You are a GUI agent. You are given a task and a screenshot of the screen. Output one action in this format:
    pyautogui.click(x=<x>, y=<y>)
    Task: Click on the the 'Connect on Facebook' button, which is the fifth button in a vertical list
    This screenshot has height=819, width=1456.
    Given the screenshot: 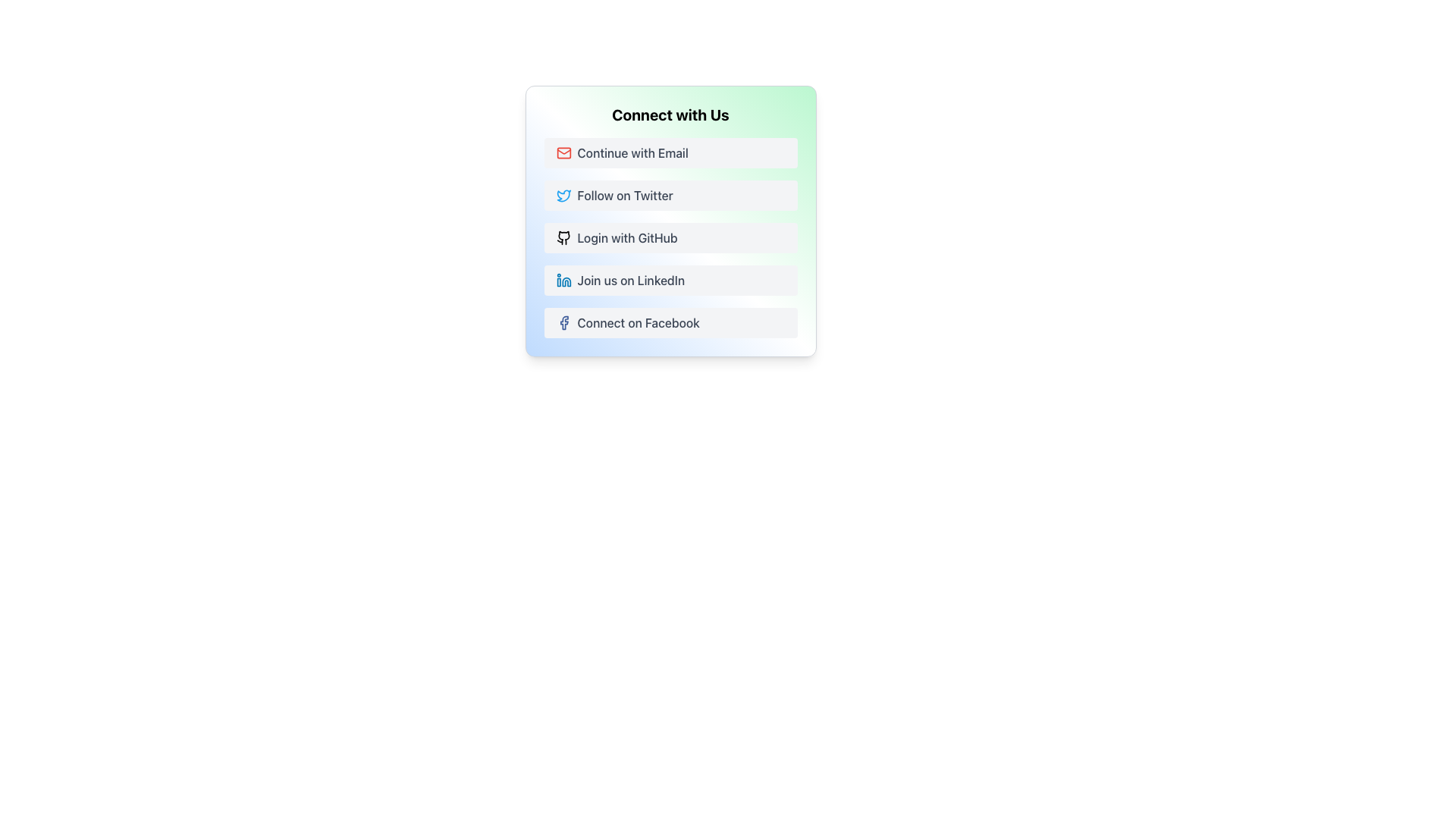 What is the action you would take?
    pyautogui.click(x=670, y=322)
    